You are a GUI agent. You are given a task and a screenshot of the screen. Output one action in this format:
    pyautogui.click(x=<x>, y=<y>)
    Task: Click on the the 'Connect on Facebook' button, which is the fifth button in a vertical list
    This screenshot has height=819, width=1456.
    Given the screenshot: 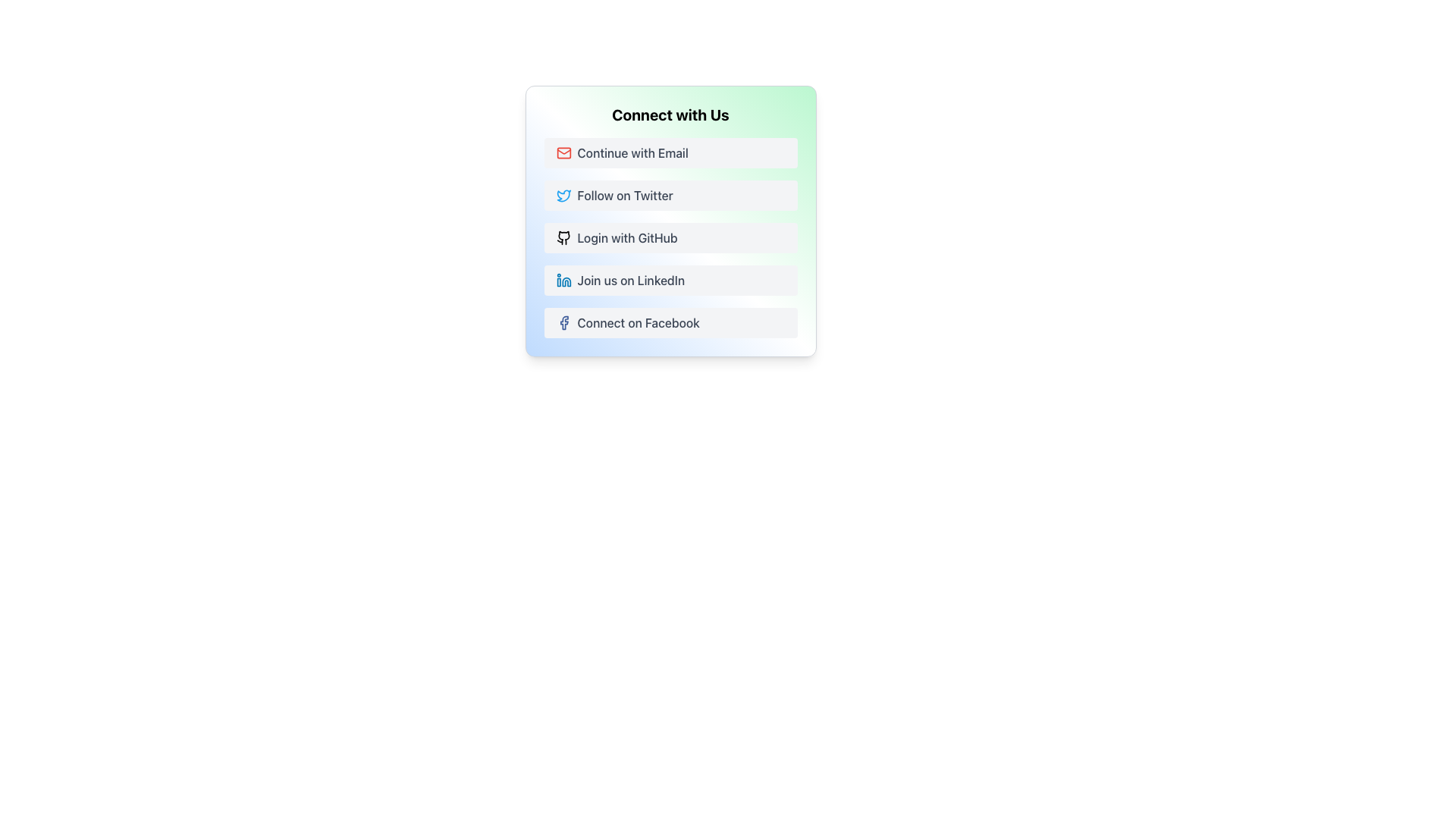 What is the action you would take?
    pyautogui.click(x=670, y=322)
    